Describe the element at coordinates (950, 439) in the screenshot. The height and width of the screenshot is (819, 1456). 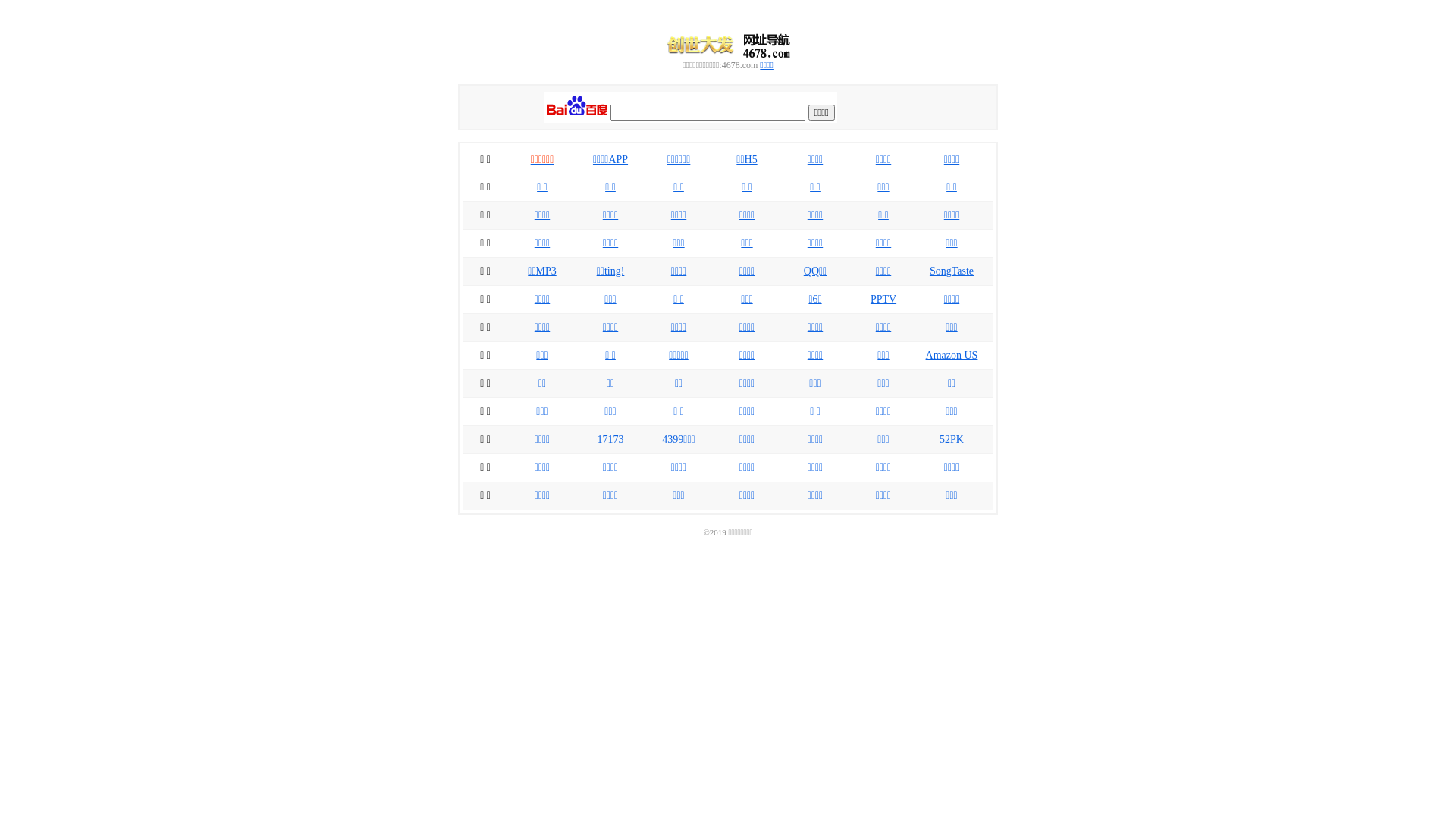
I see `'52PK'` at that location.